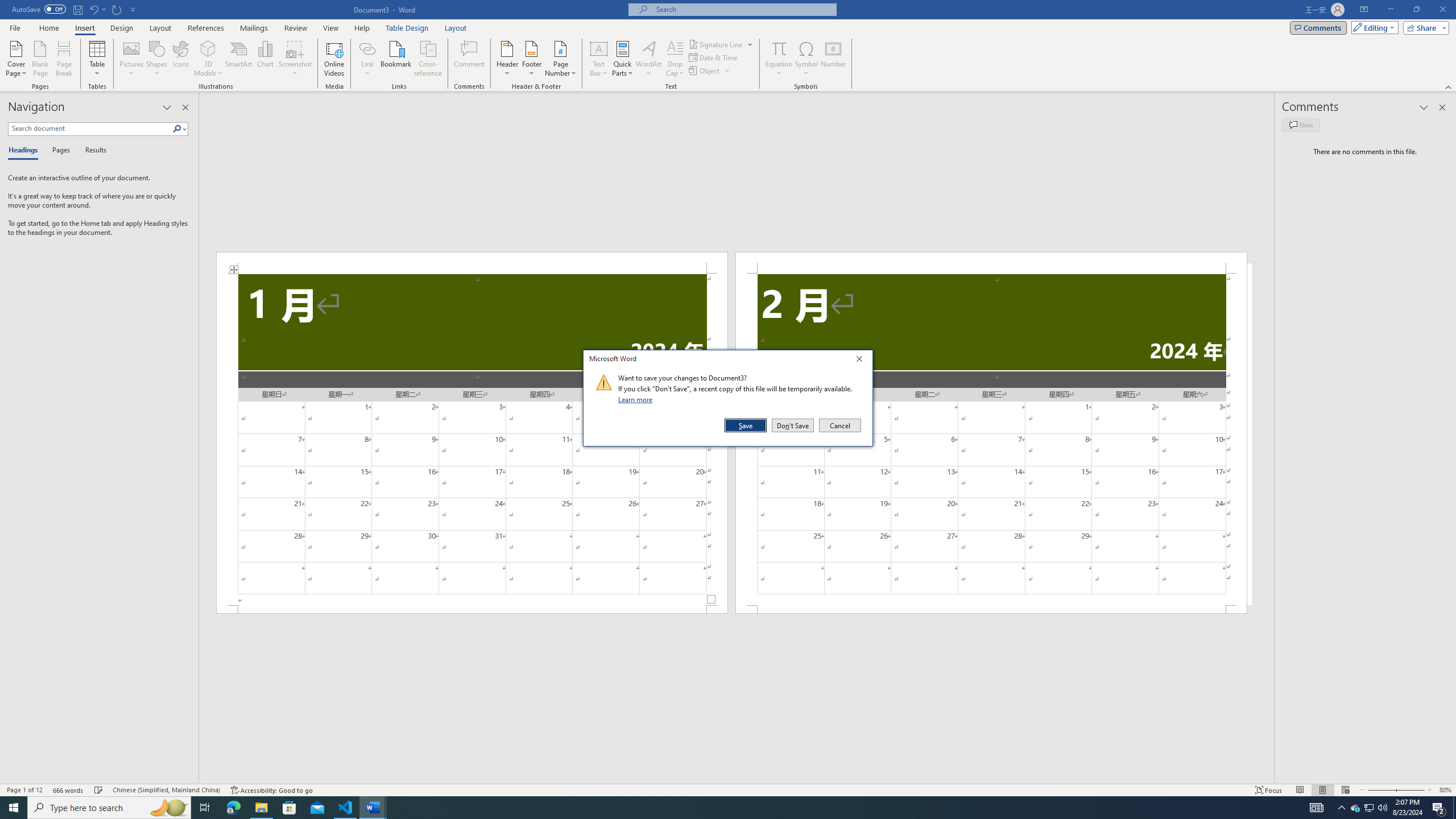 The width and height of the screenshot is (1456, 819). What do you see at coordinates (117, 9) in the screenshot?
I see `'Repeat Doc Close'` at bounding box center [117, 9].